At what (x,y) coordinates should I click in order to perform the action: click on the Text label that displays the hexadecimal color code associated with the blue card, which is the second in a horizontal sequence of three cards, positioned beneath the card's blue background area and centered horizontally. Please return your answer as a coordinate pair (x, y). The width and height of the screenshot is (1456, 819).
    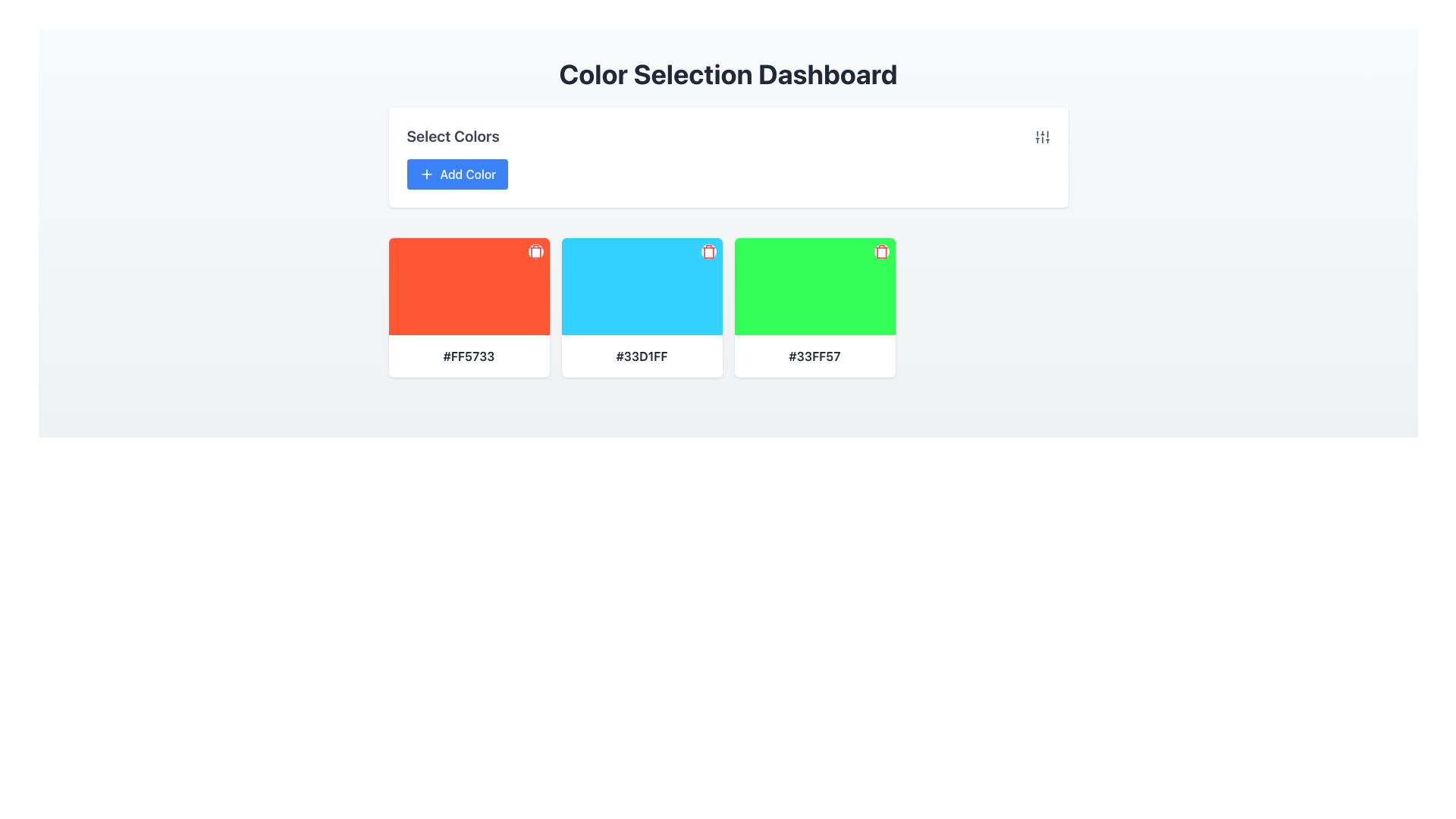
    Looking at the image, I should click on (642, 356).